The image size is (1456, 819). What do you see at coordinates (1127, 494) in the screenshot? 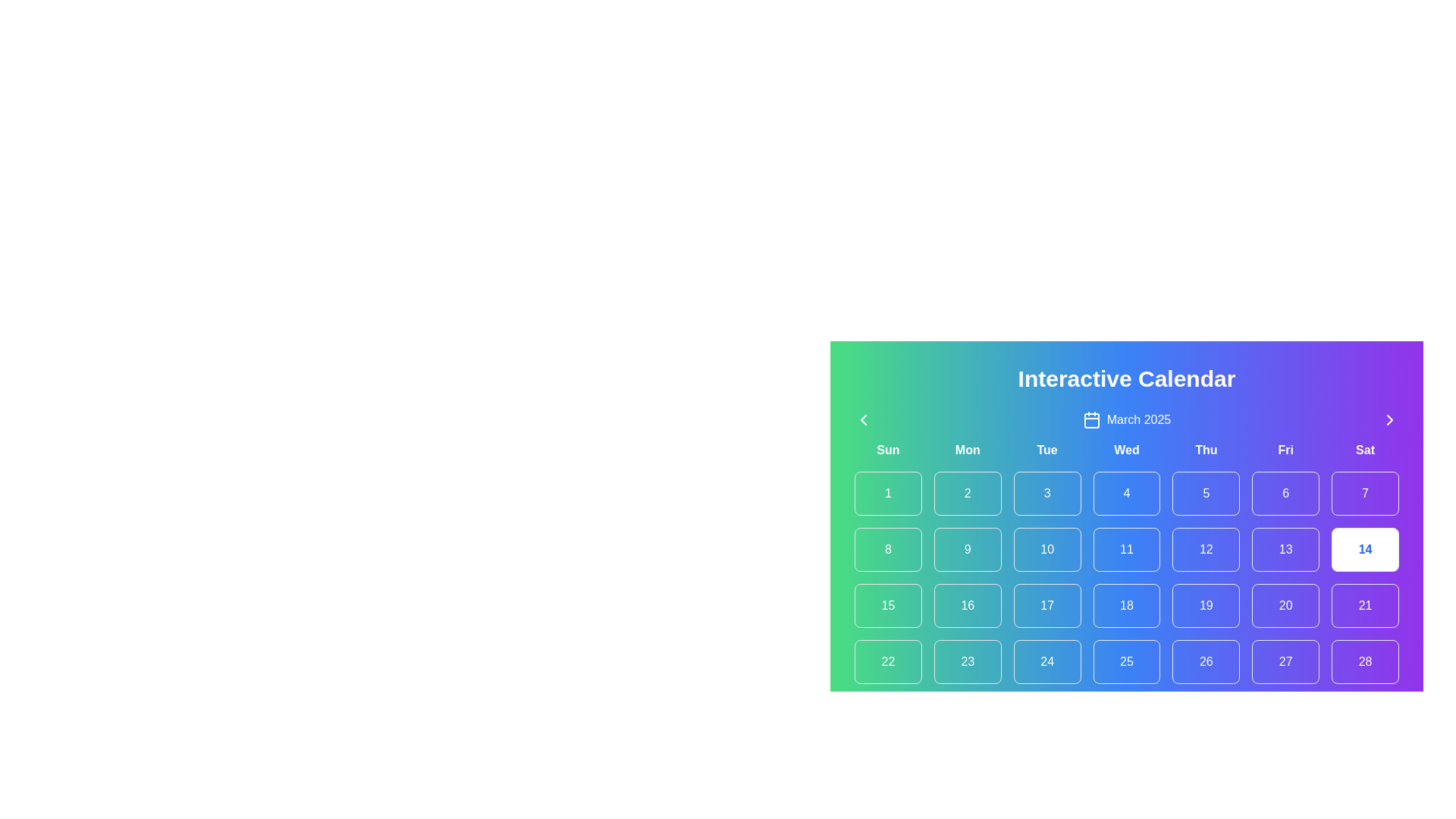
I see `the Calendar Date Button representing the day '4' of the displayed calendar month, which is the fourth button in the first row of date buttons beneath the day label 'Wed'` at bounding box center [1127, 494].